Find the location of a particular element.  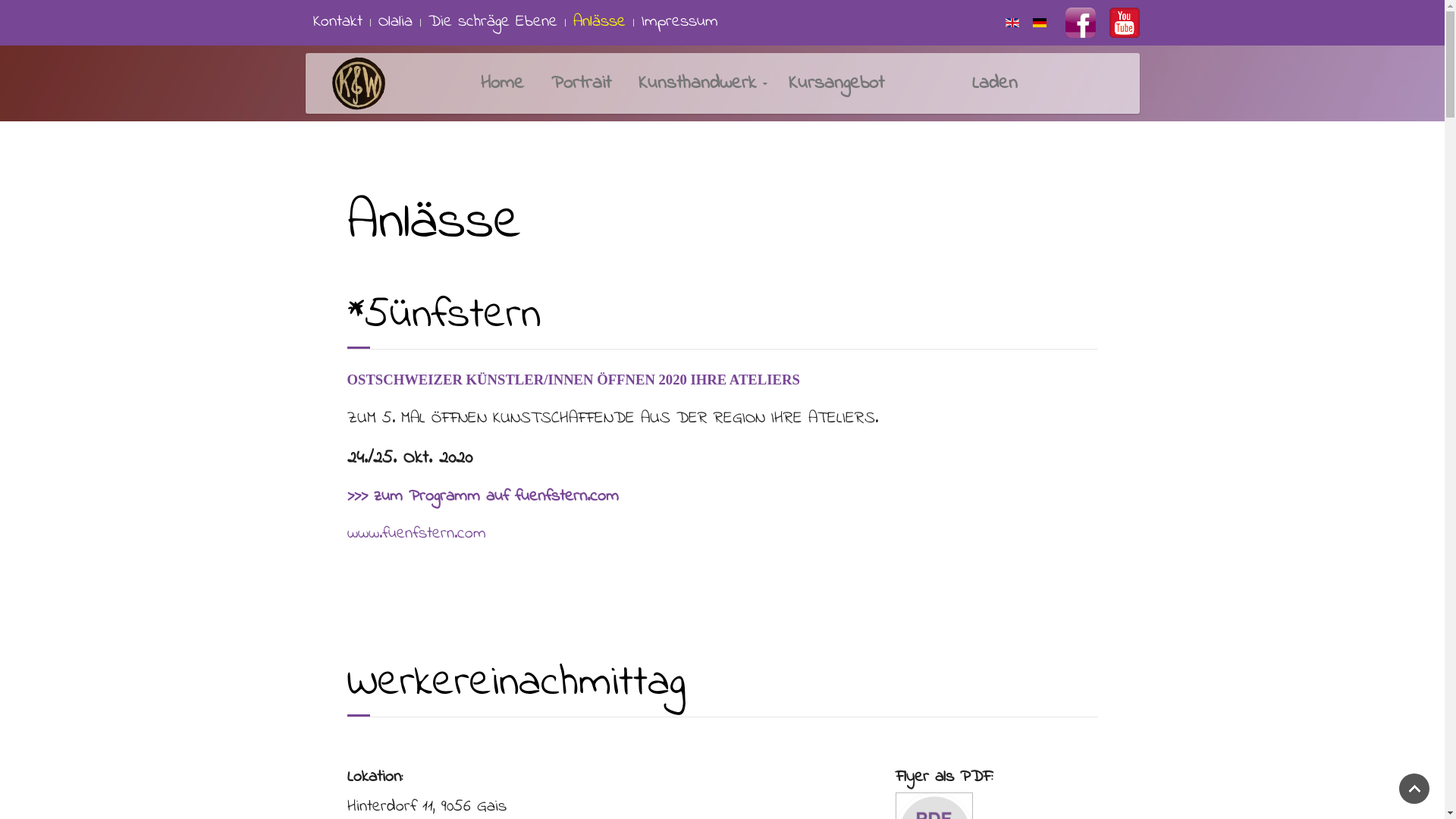

'>>> zum Programm auf fuenfstern.com' is located at coordinates (482, 497).